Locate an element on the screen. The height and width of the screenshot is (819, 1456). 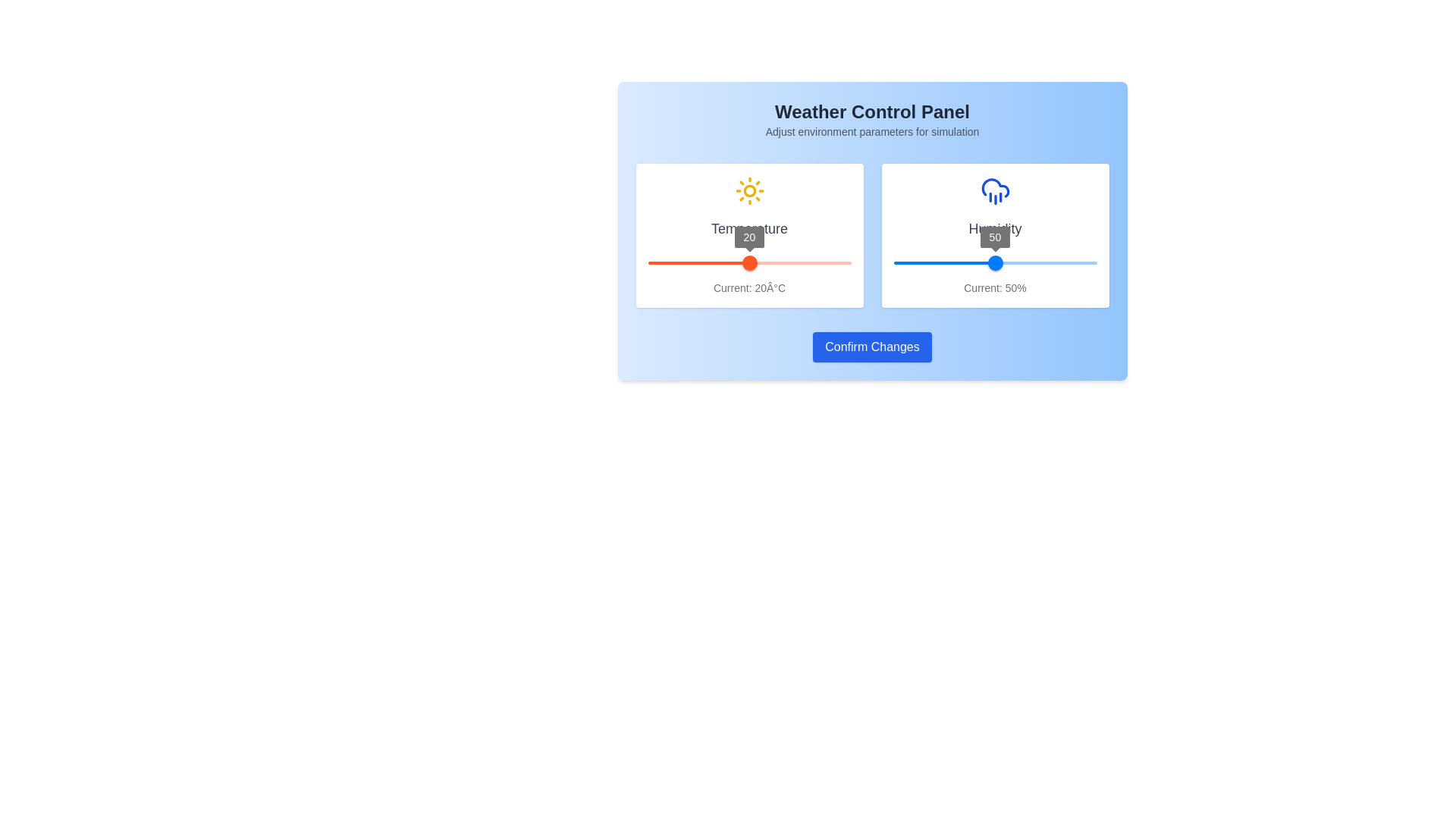
the Value label displaying '50' in white text on a gray background, positioned above the blue slider in the 'Humidity' control card of the 'Weather Control Panel' is located at coordinates (995, 237).